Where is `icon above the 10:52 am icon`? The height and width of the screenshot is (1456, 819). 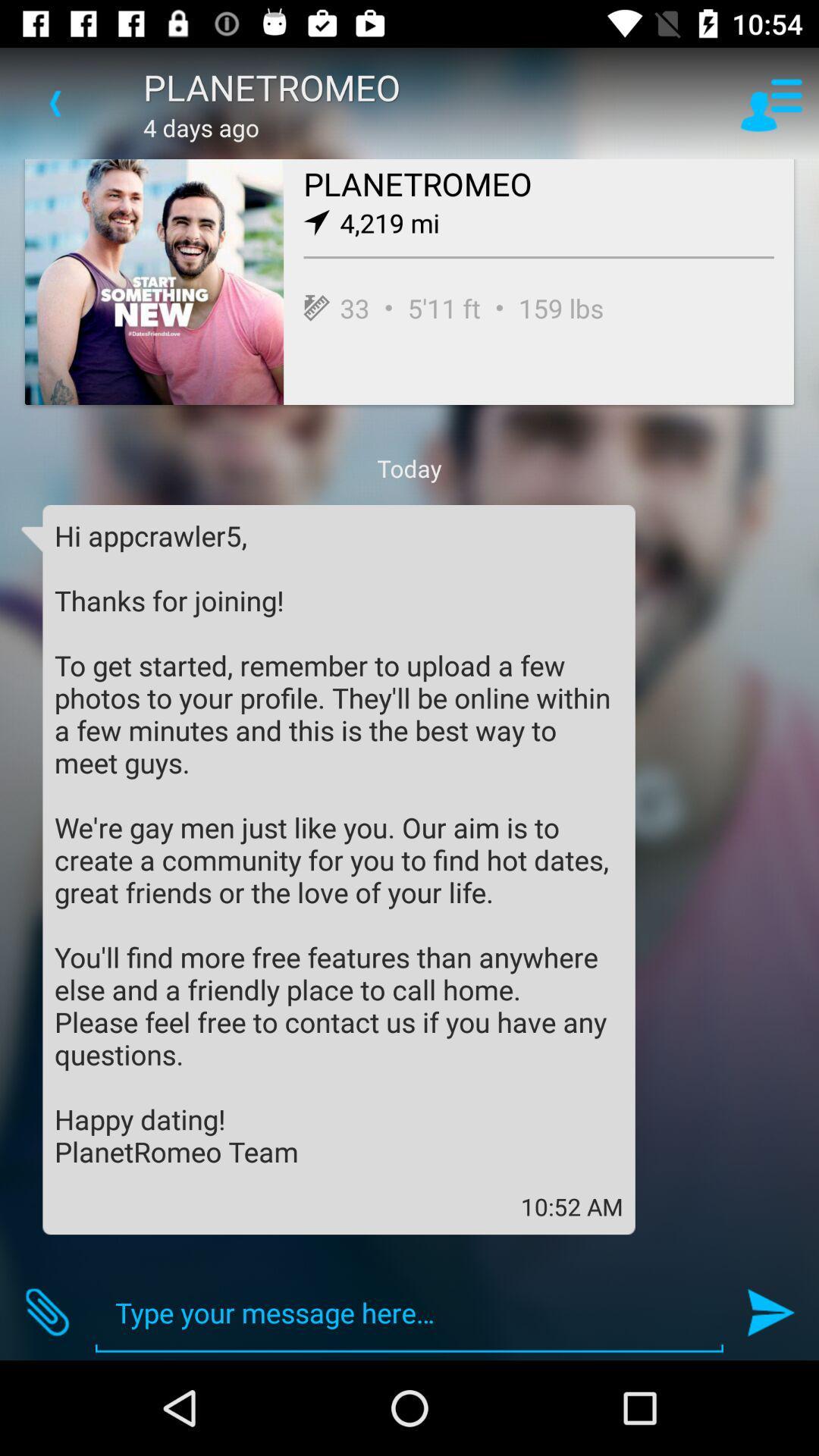
icon above the 10:52 am icon is located at coordinates (338, 843).